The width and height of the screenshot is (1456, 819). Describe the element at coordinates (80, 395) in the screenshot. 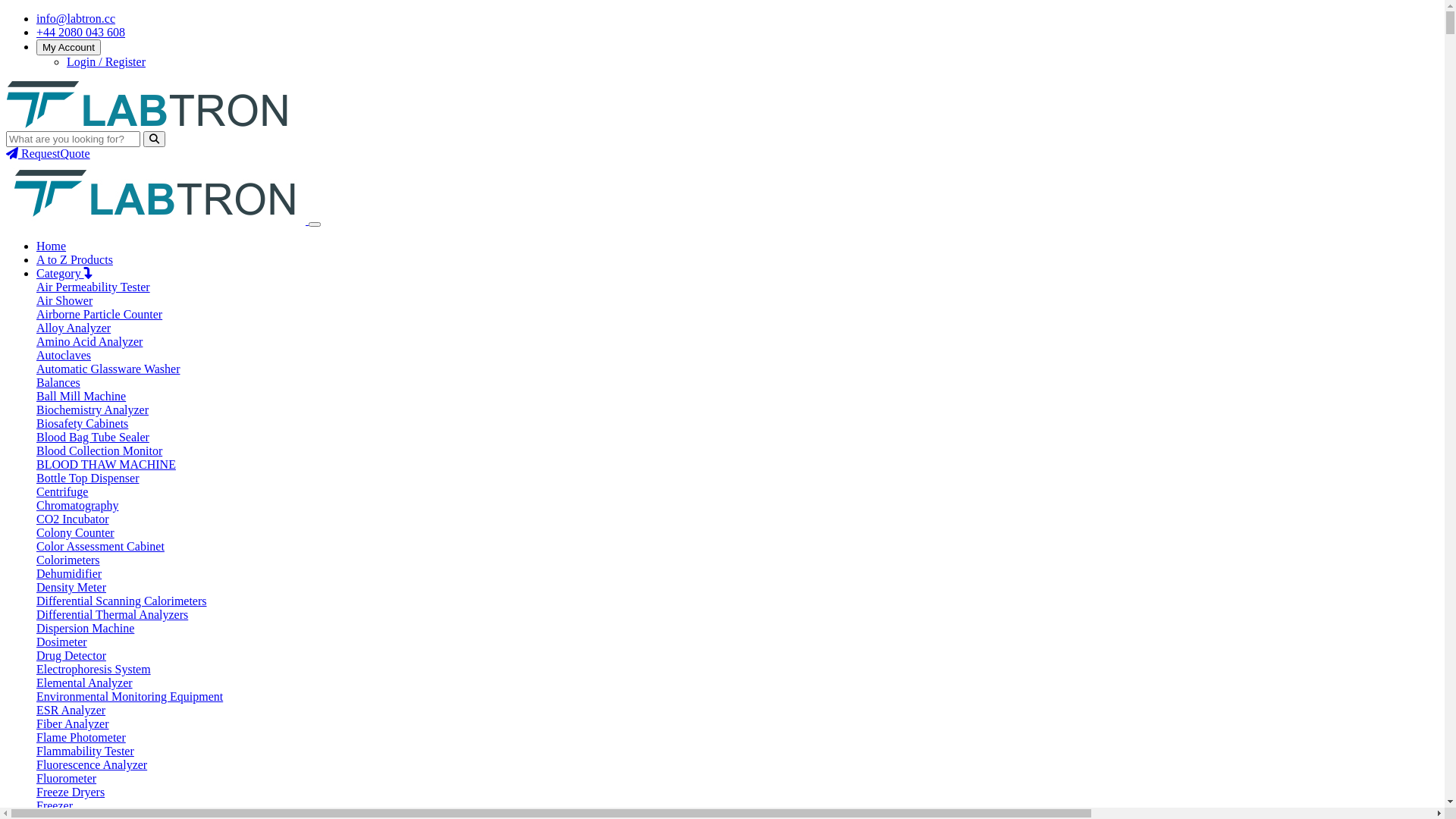

I see `'Ball Mill Machine'` at that location.